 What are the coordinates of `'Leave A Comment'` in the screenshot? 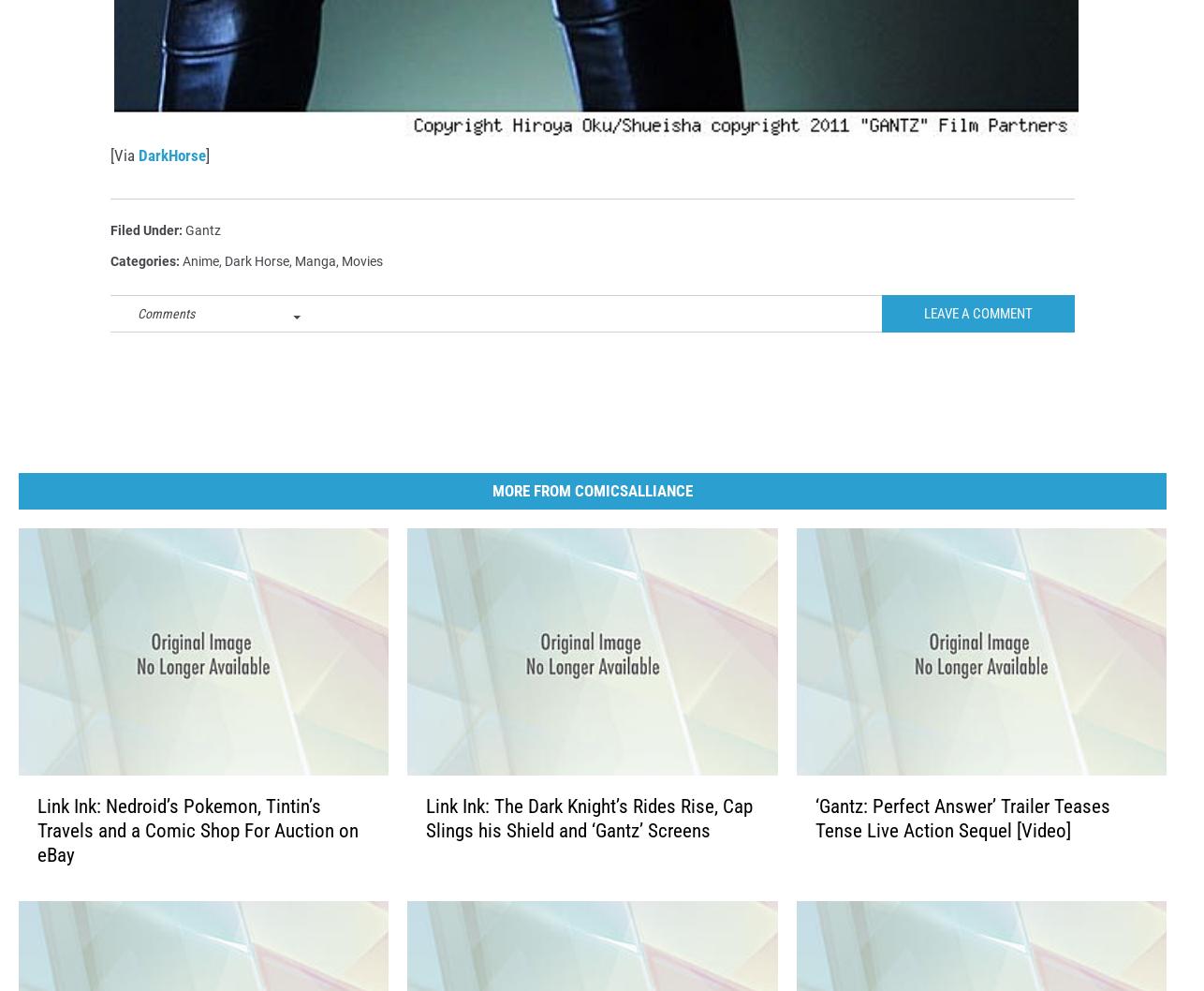 It's located at (977, 344).